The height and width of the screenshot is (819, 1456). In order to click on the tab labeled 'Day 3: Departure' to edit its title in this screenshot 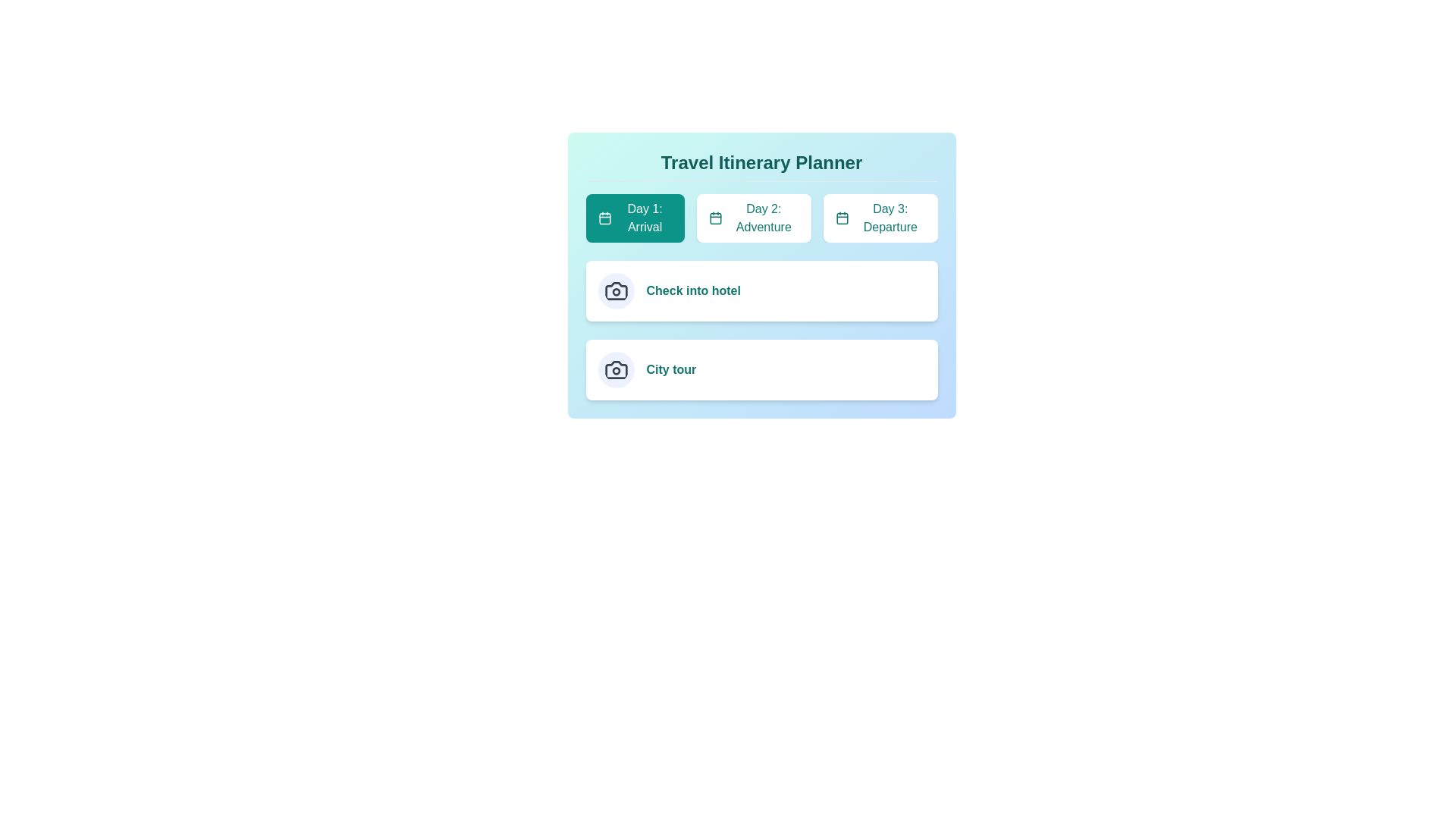, I will do `click(880, 218)`.